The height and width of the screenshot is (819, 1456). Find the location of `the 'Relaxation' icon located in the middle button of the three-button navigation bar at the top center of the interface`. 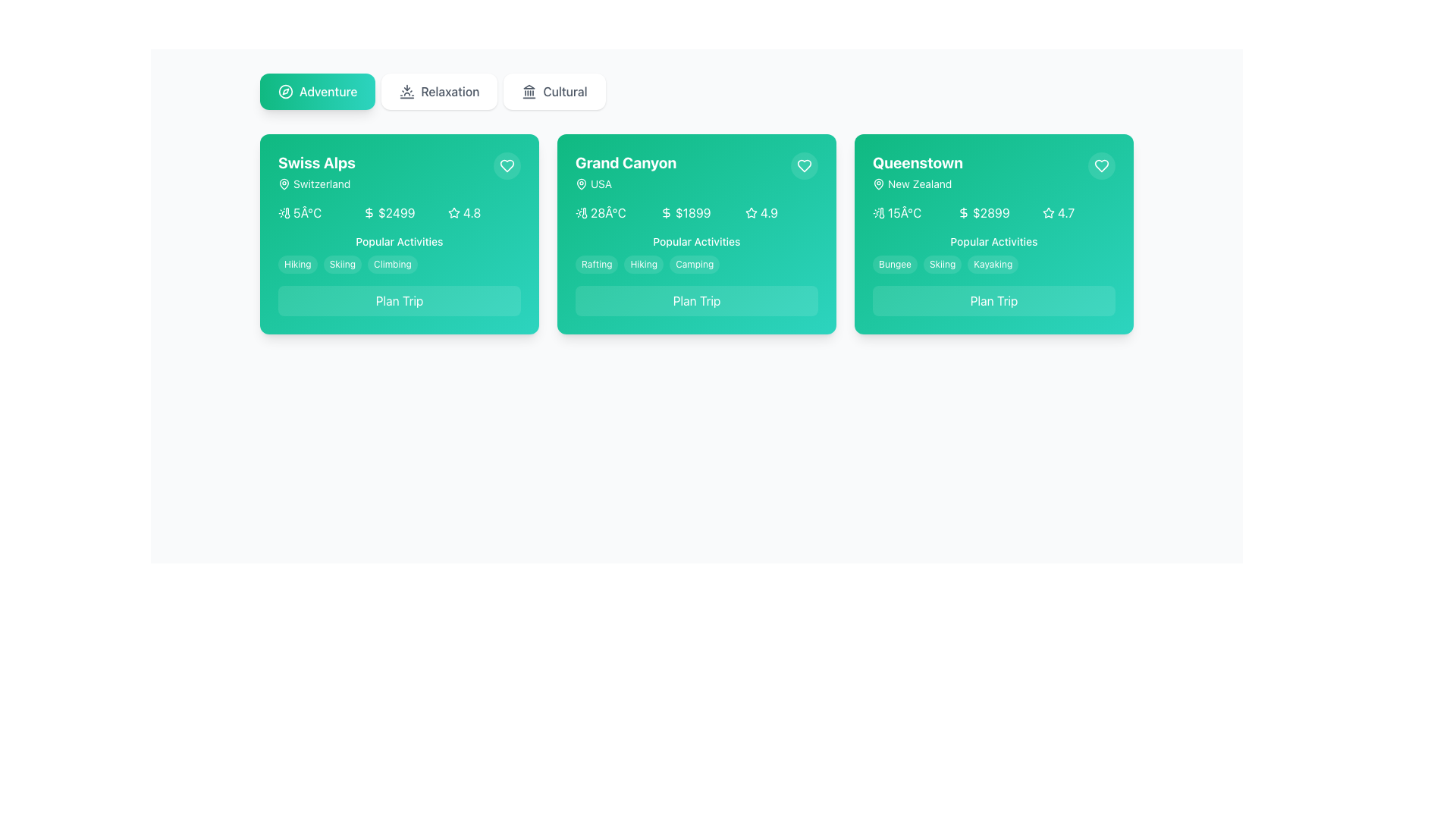

the 'Relaxation' icon located in the middle button of the three-button navigation bar at the top center of the interface is located at coordinates (407, 91).